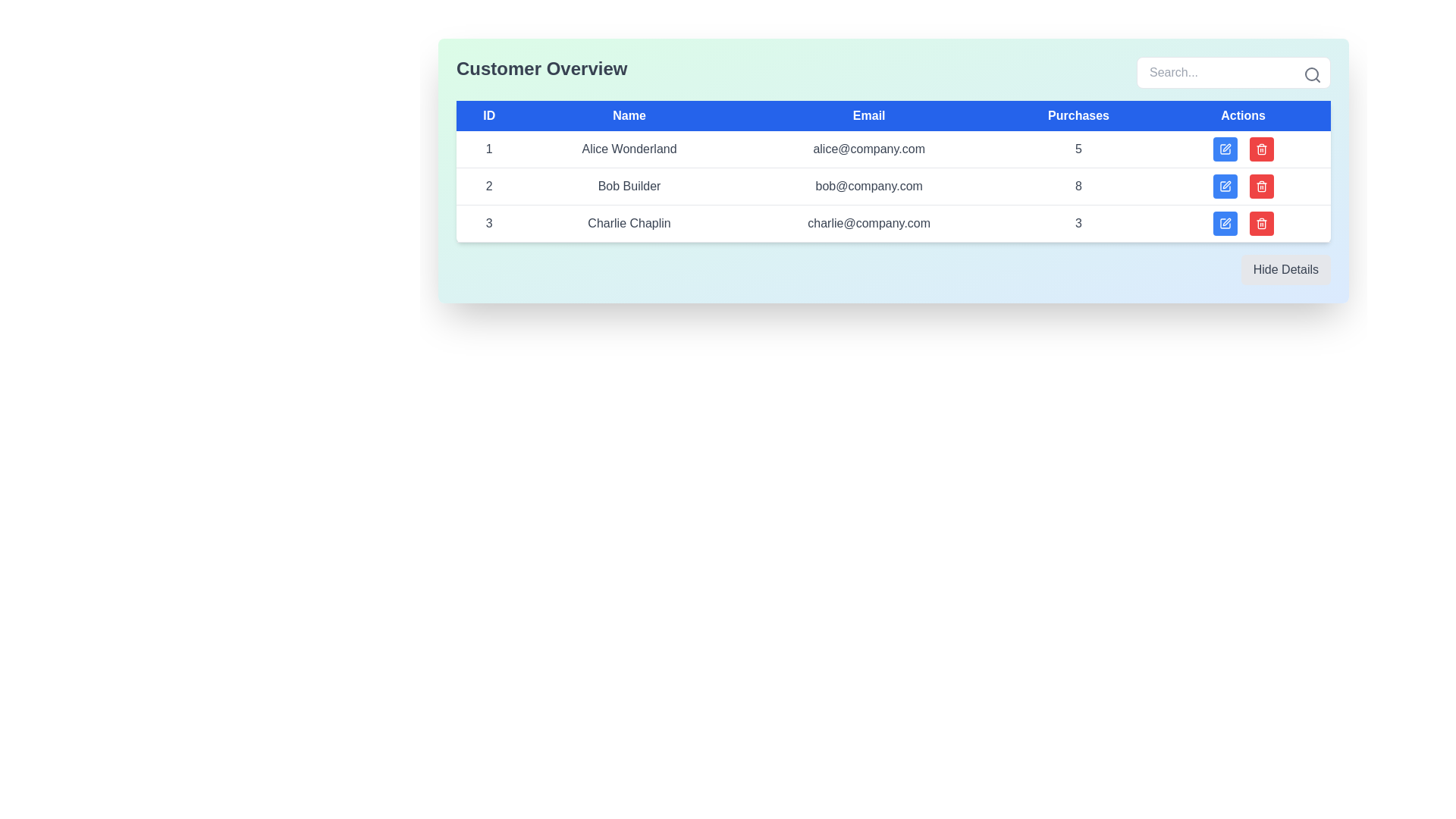 This screenshot has height=819, width=1456. What do you see at coordinates (893, 149) in the screenshot?
I see `the individual cells or action buttons within the first row of the data table, which displays information about a single entity including ID, name, email, and purchases` at bounding box center [893, 149].